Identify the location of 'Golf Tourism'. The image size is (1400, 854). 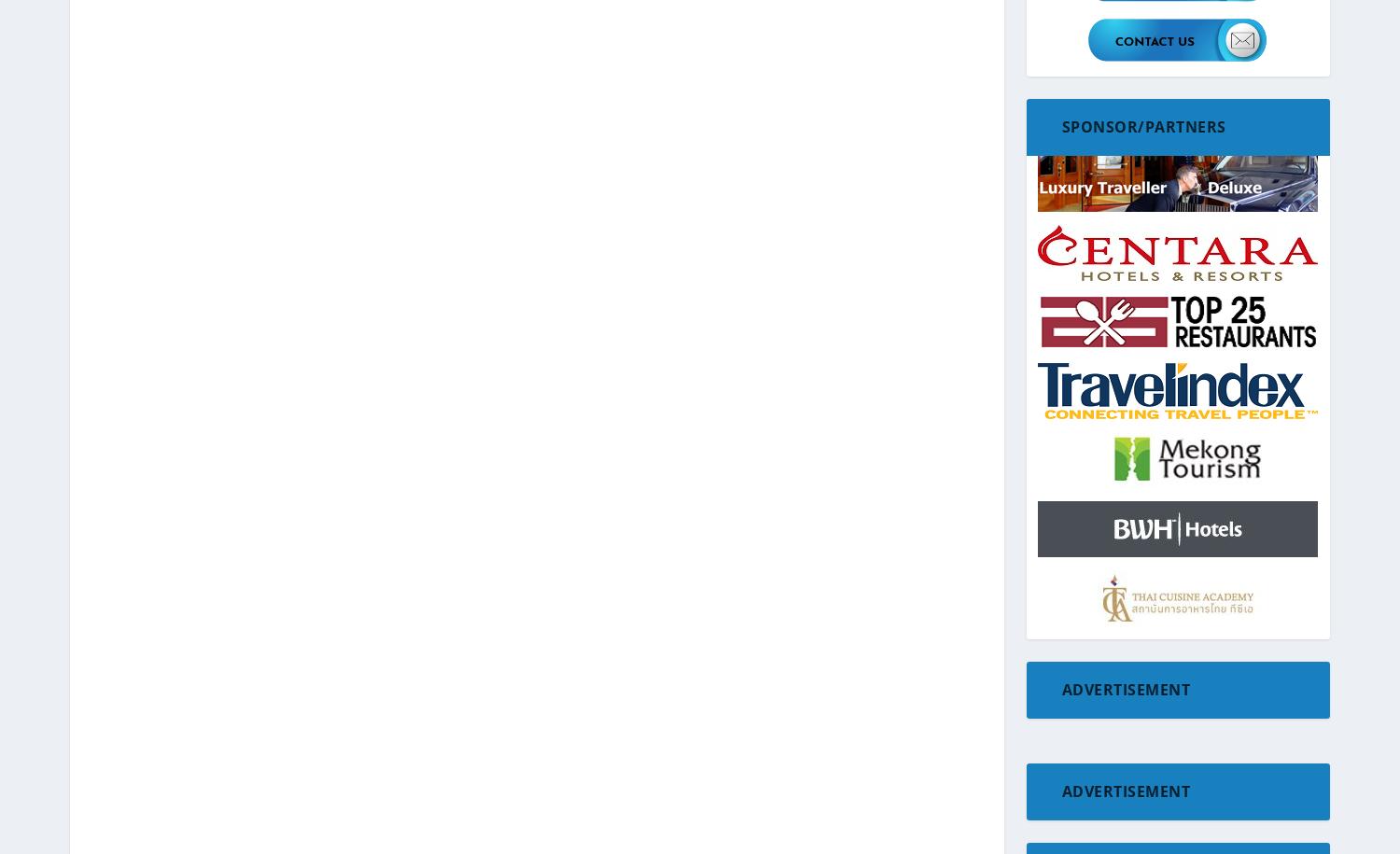
(1079, 591).